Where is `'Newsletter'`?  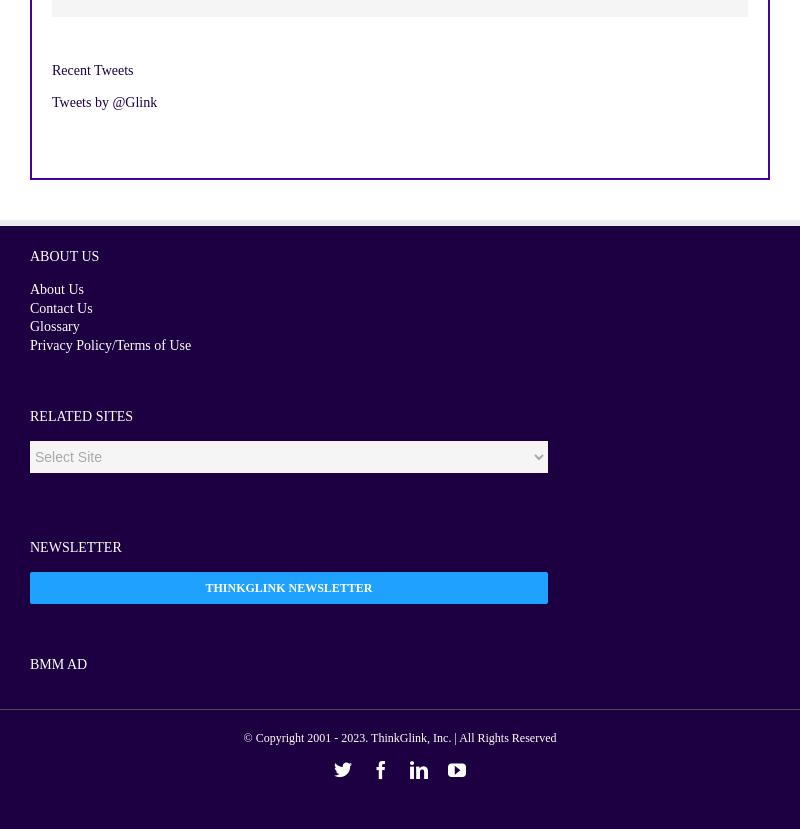
'Newsletter' is located at coordinates (75, 547).